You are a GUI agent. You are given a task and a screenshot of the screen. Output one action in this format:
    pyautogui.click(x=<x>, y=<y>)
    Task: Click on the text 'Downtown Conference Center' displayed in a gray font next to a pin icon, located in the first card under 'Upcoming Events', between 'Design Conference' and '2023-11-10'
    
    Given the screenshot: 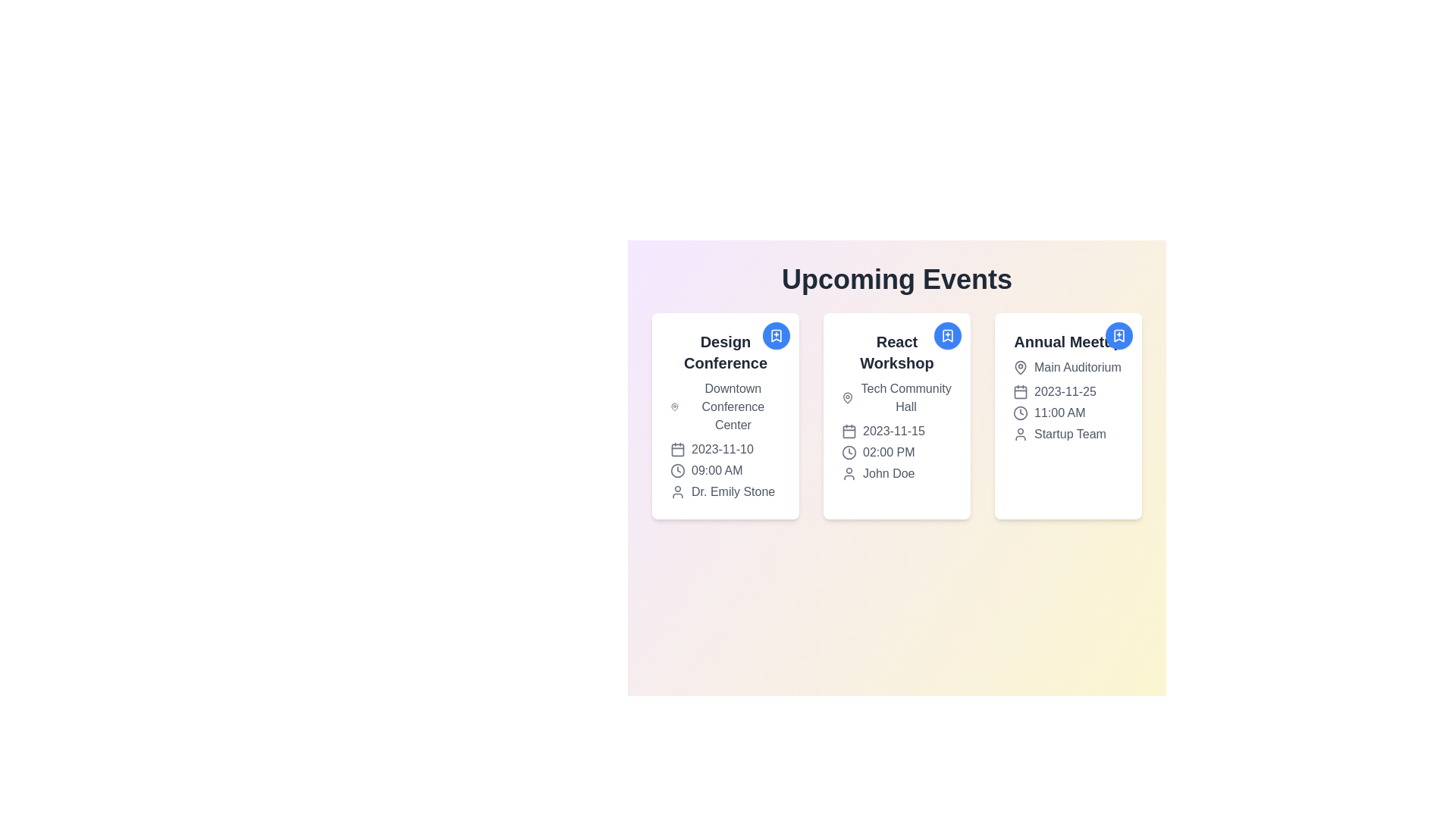 What is the action you would take?
    pyautogui.click(x=724, y=406)
    